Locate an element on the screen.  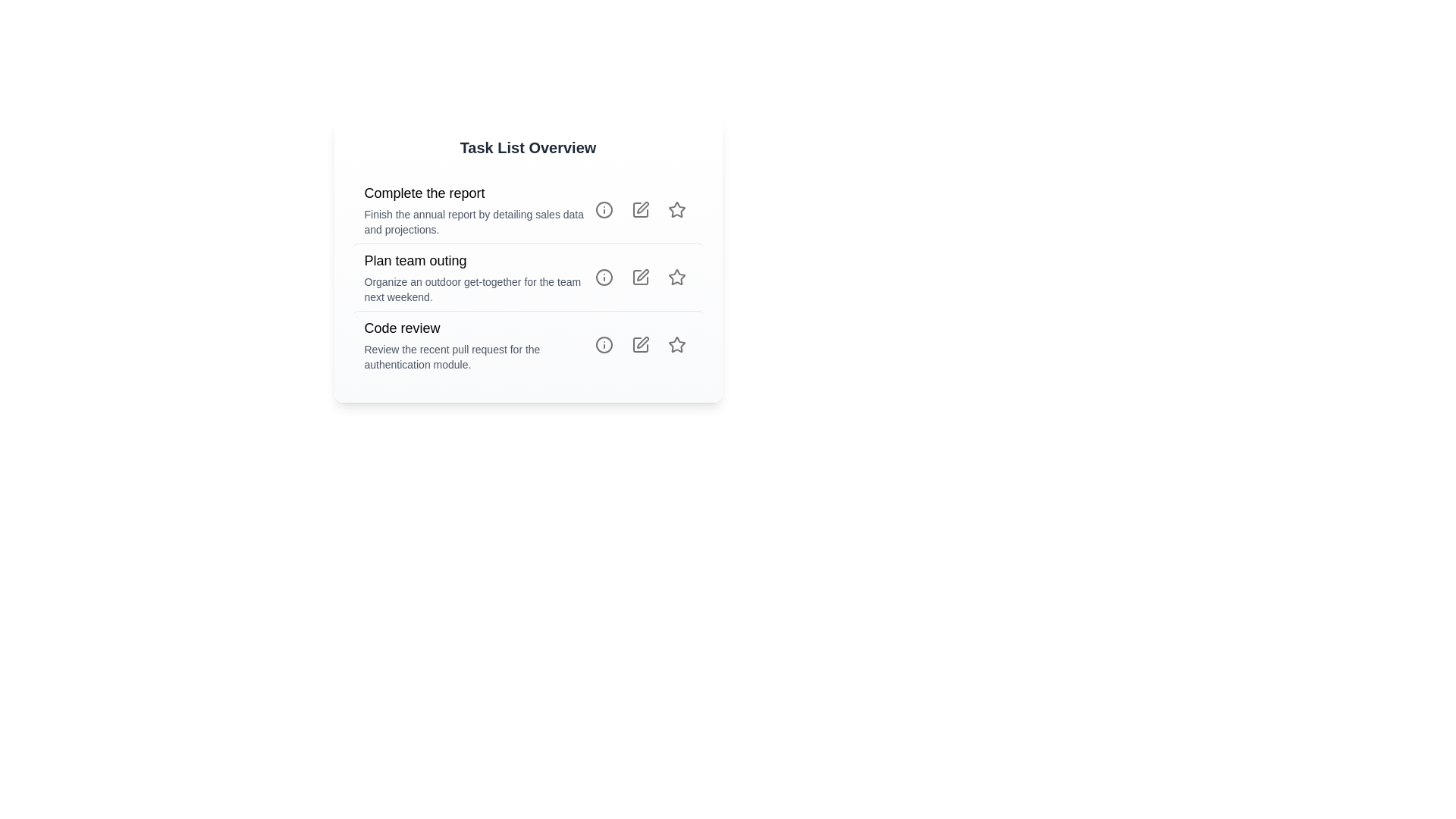
the Task Description Block displaying 'Code review' and 'Review the recent pull request for the authentication module.' is located at coordinates (475, 345).